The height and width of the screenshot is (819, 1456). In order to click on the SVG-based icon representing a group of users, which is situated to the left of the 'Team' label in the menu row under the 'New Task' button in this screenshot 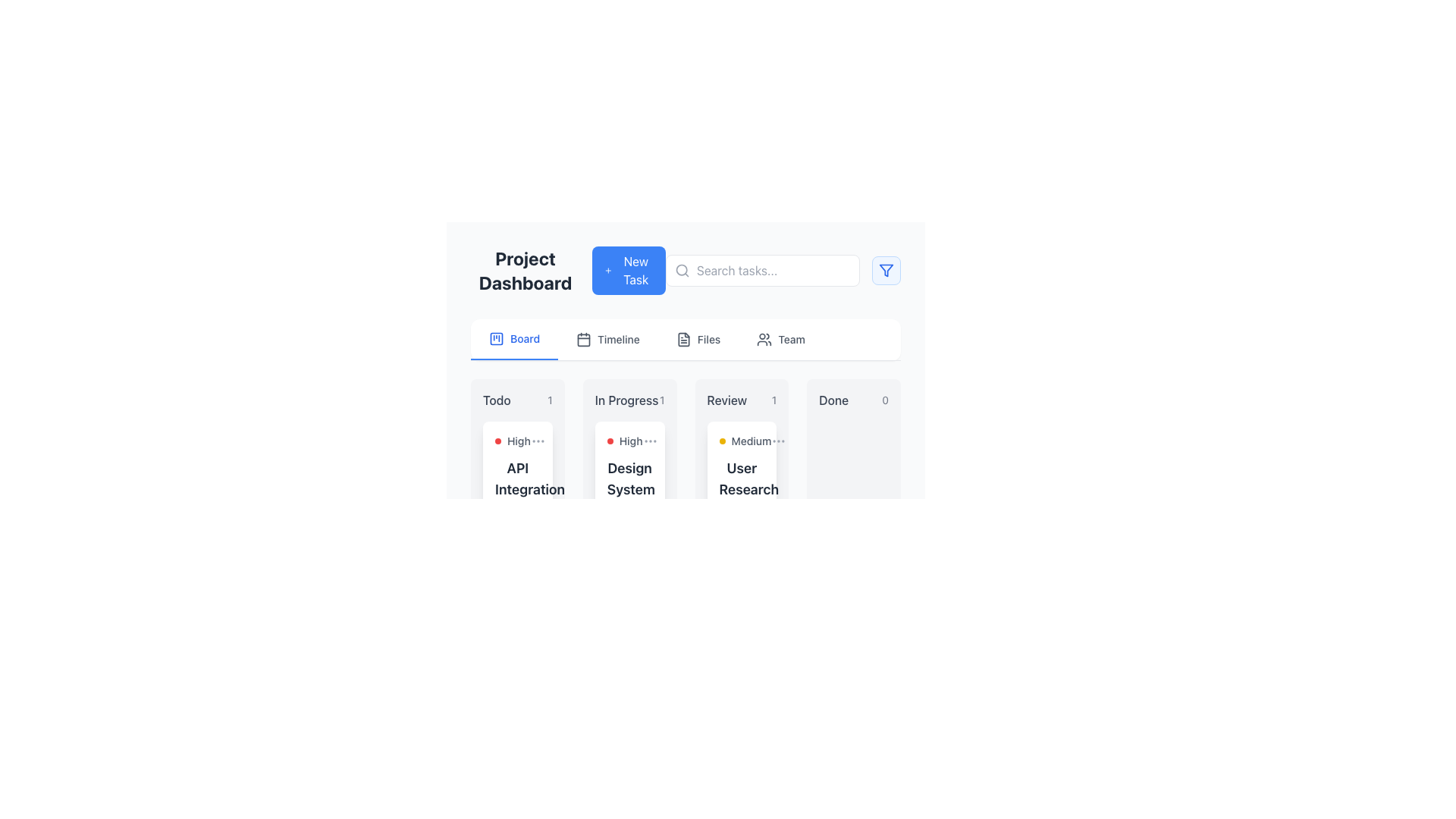, I will do `click(764, 338)`.